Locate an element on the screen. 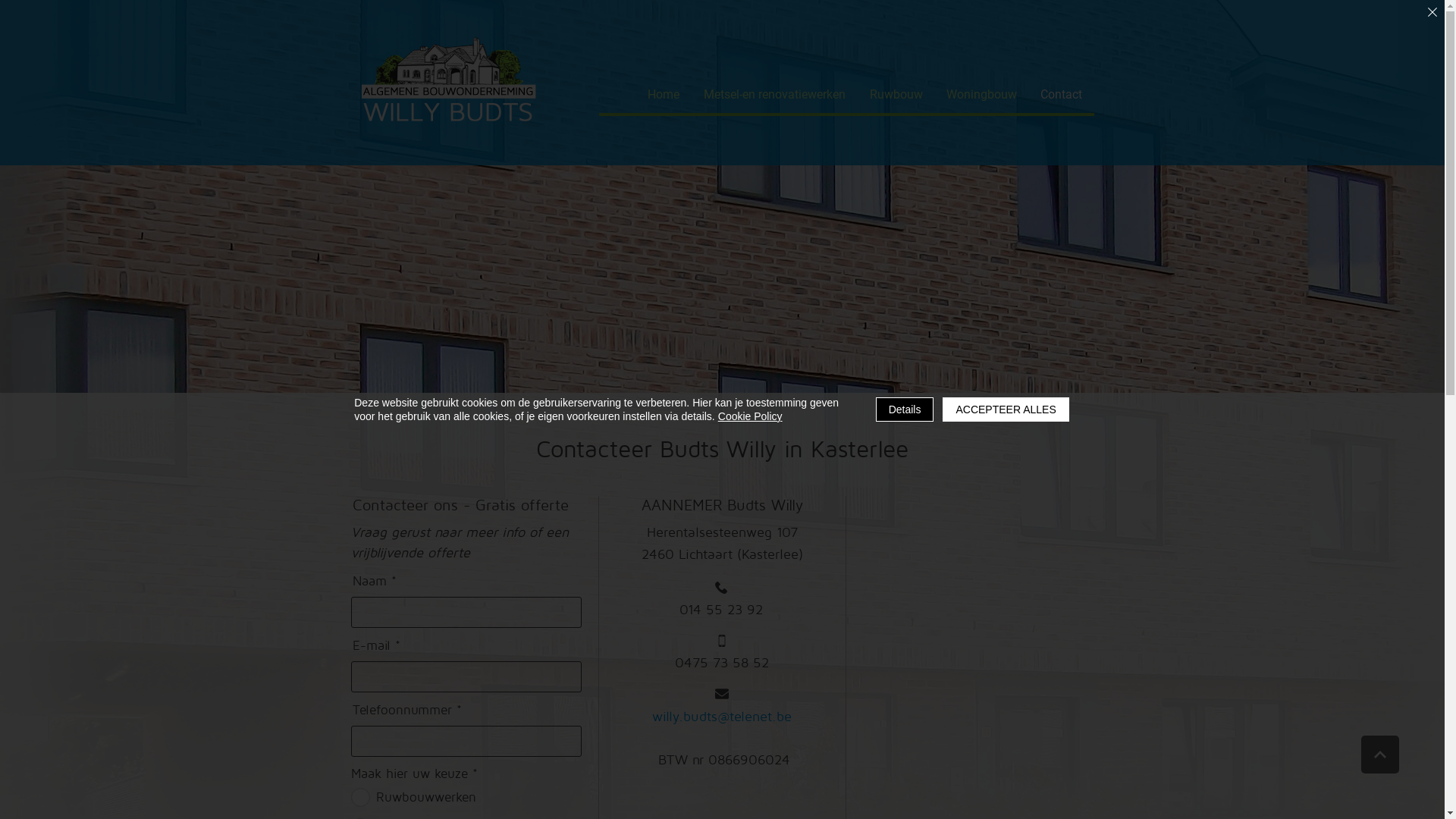 The height and width of the screenshot is (819, 1456). 'Home' is located at coordinates (663, 94).